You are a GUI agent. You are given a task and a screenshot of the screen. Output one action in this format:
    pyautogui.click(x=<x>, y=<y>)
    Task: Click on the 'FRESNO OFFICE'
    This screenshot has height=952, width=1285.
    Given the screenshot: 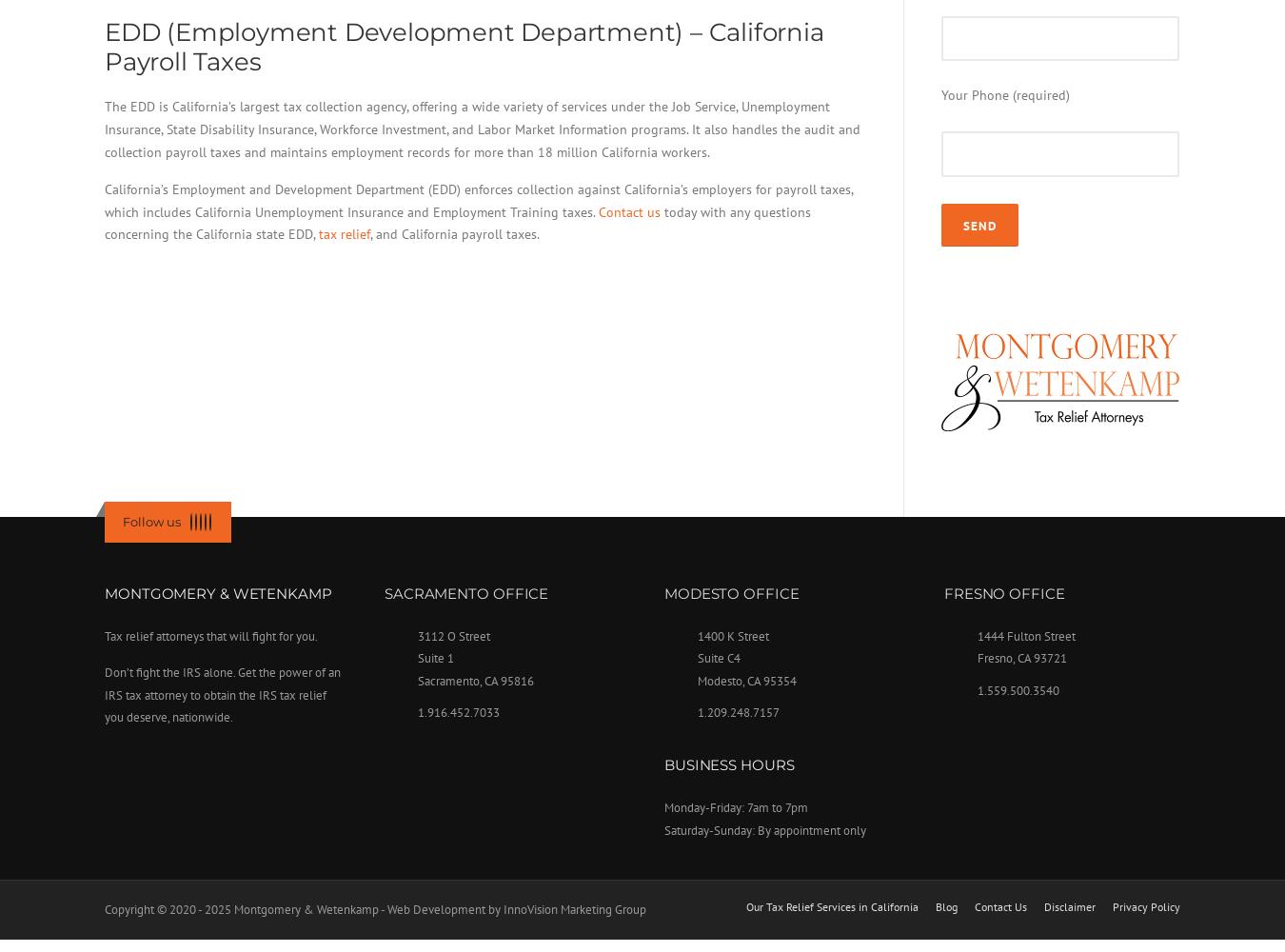 What is the action you would take?
    pyautogui.click(x=942, y=591)
    